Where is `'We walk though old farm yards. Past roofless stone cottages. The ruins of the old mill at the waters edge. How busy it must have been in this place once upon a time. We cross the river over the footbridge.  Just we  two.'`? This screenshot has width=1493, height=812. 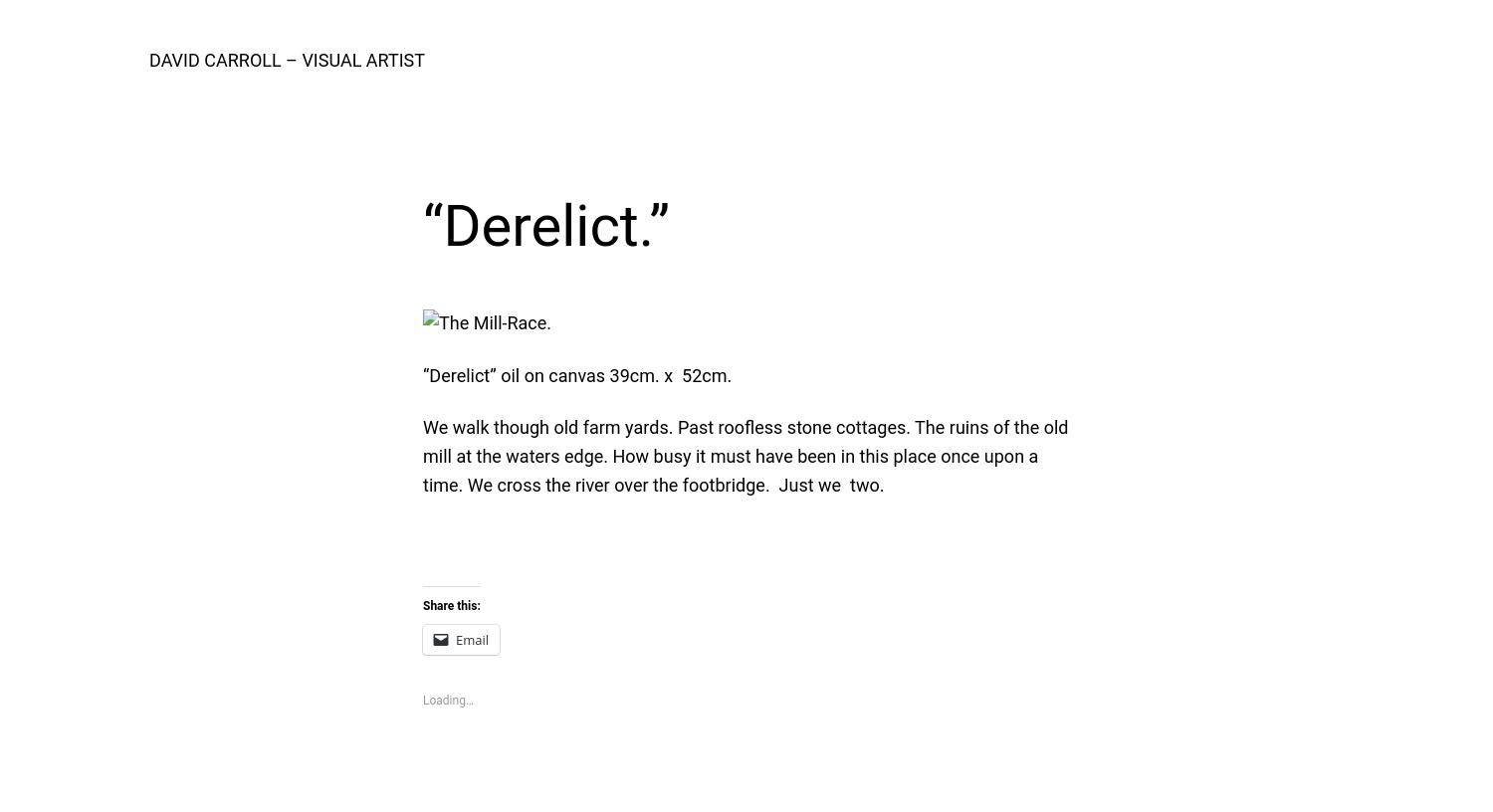
'We walk though old farm yards. Past roofless stone cottages. The ruins of the old mill at the waters edge. How busy it must have been in this place once upon a time. We cross the river over the footbridge.  Just we  two.' is located at coordinates (744, 455).